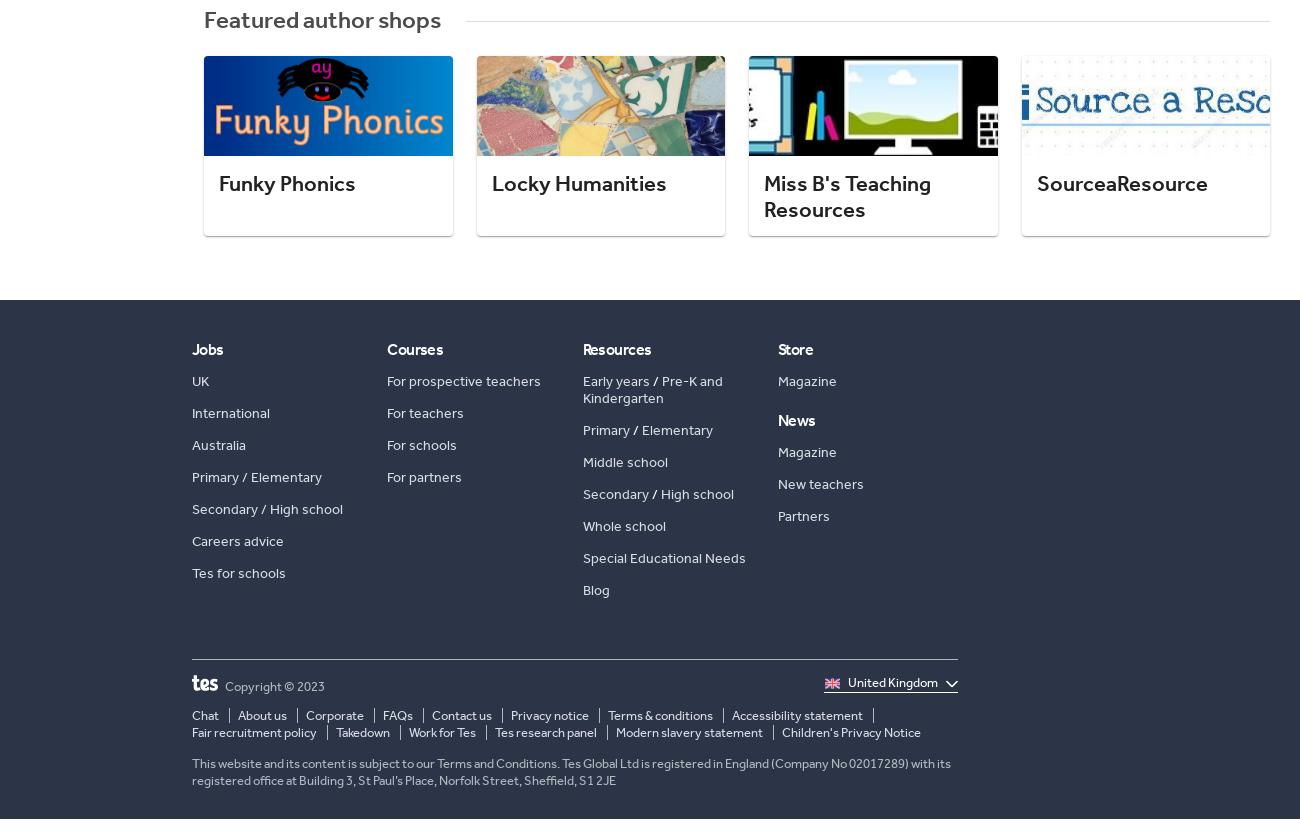 The width and height of the screenshot is (1300, 835). What do you see at coordinates (675, 428) in the screenshot?
I see `'Elementary'` at bounding box center [675, 428].